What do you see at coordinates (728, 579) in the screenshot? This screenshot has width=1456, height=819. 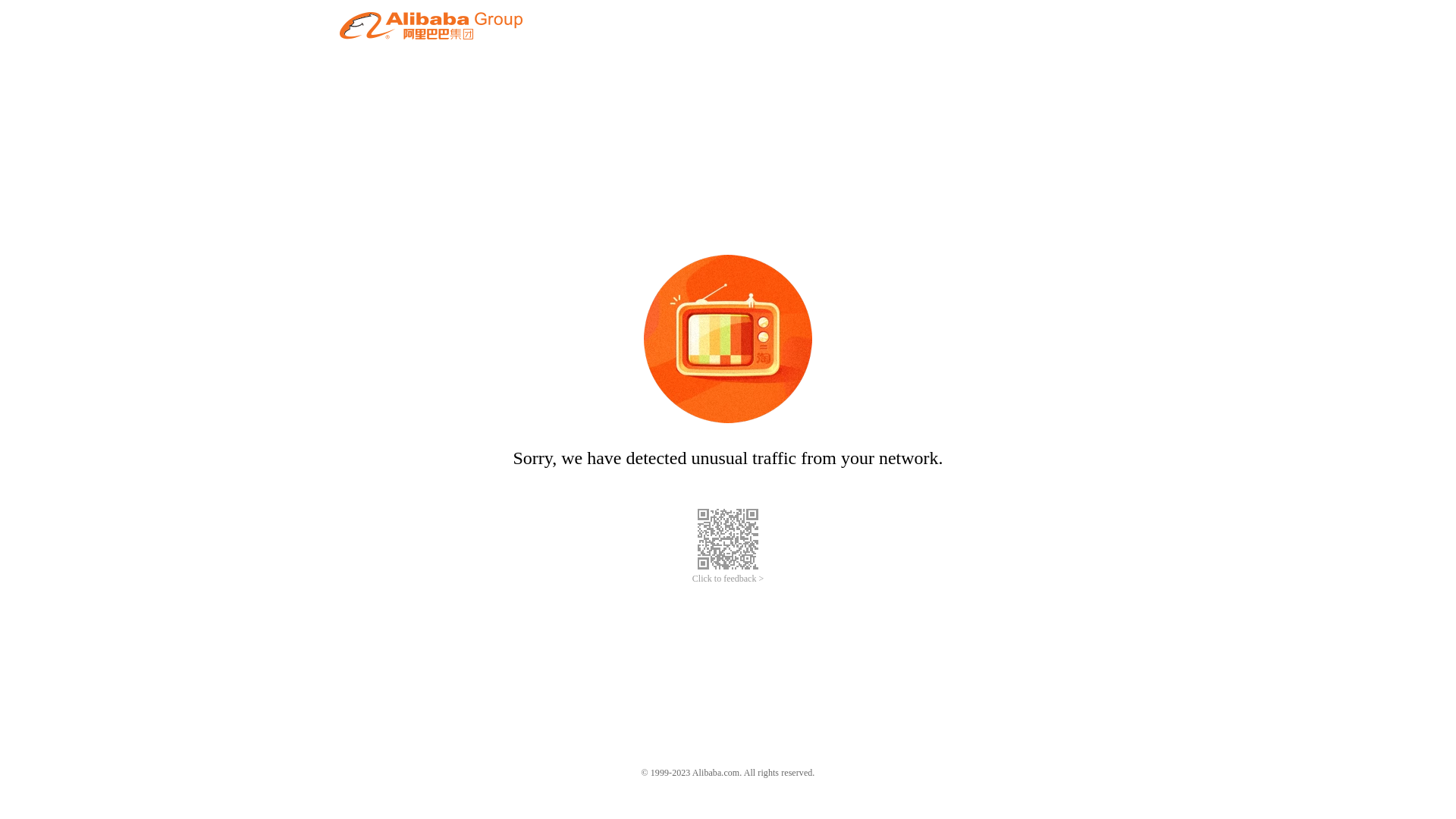 I see `'Click to feedback >'` at bounding box center [728, 579].